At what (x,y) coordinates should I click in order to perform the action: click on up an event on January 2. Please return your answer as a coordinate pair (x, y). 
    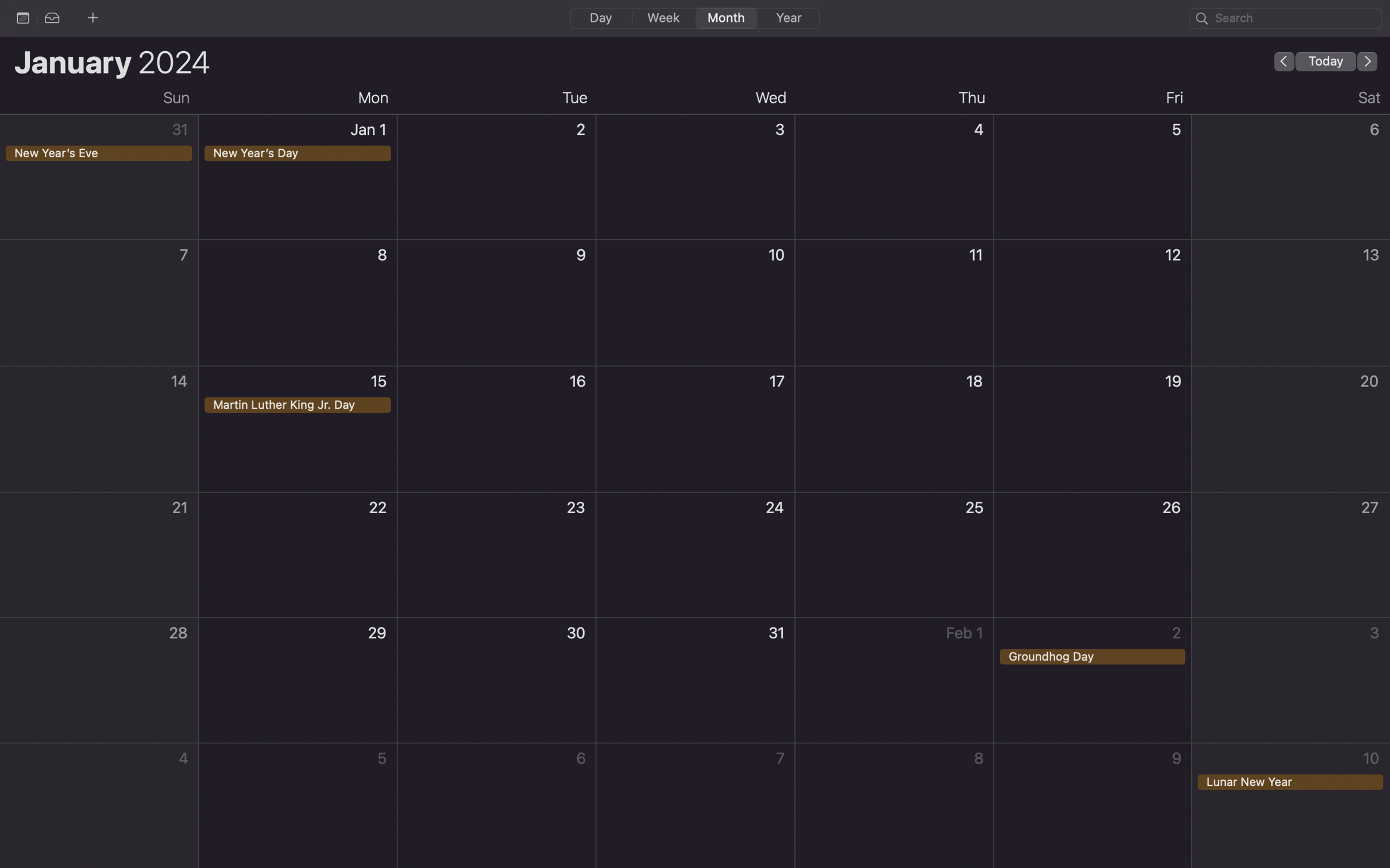
    Looking at the image, I should click on (497, 181).